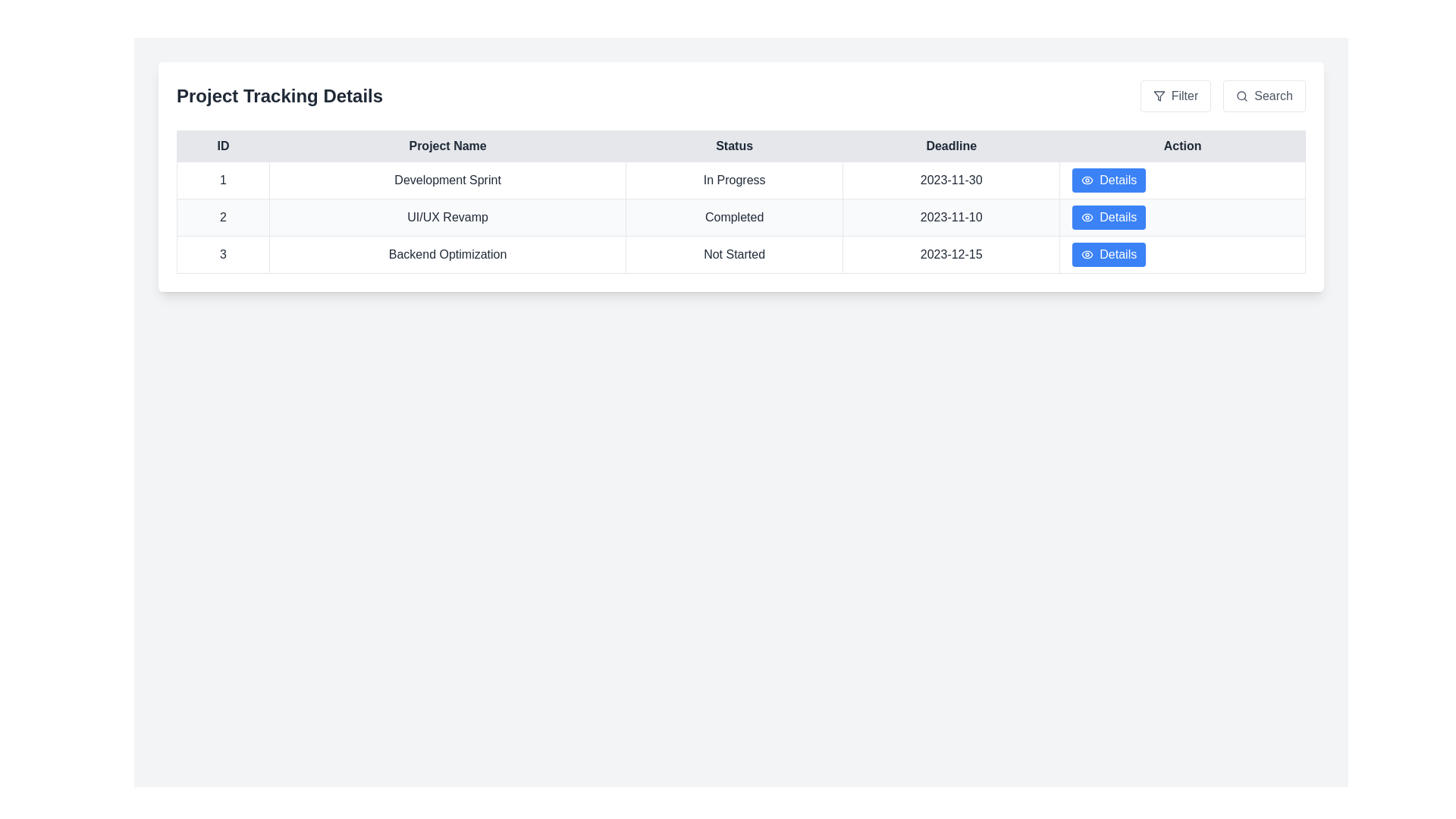 The width and height of the screenshot is (1456, 819). Describe the element at coordinates (447, 146) in the screenshot. I see `the 'Project Name' header text label element, which is the second column header in the table, located between 'ID' and 'Status'` at that location.